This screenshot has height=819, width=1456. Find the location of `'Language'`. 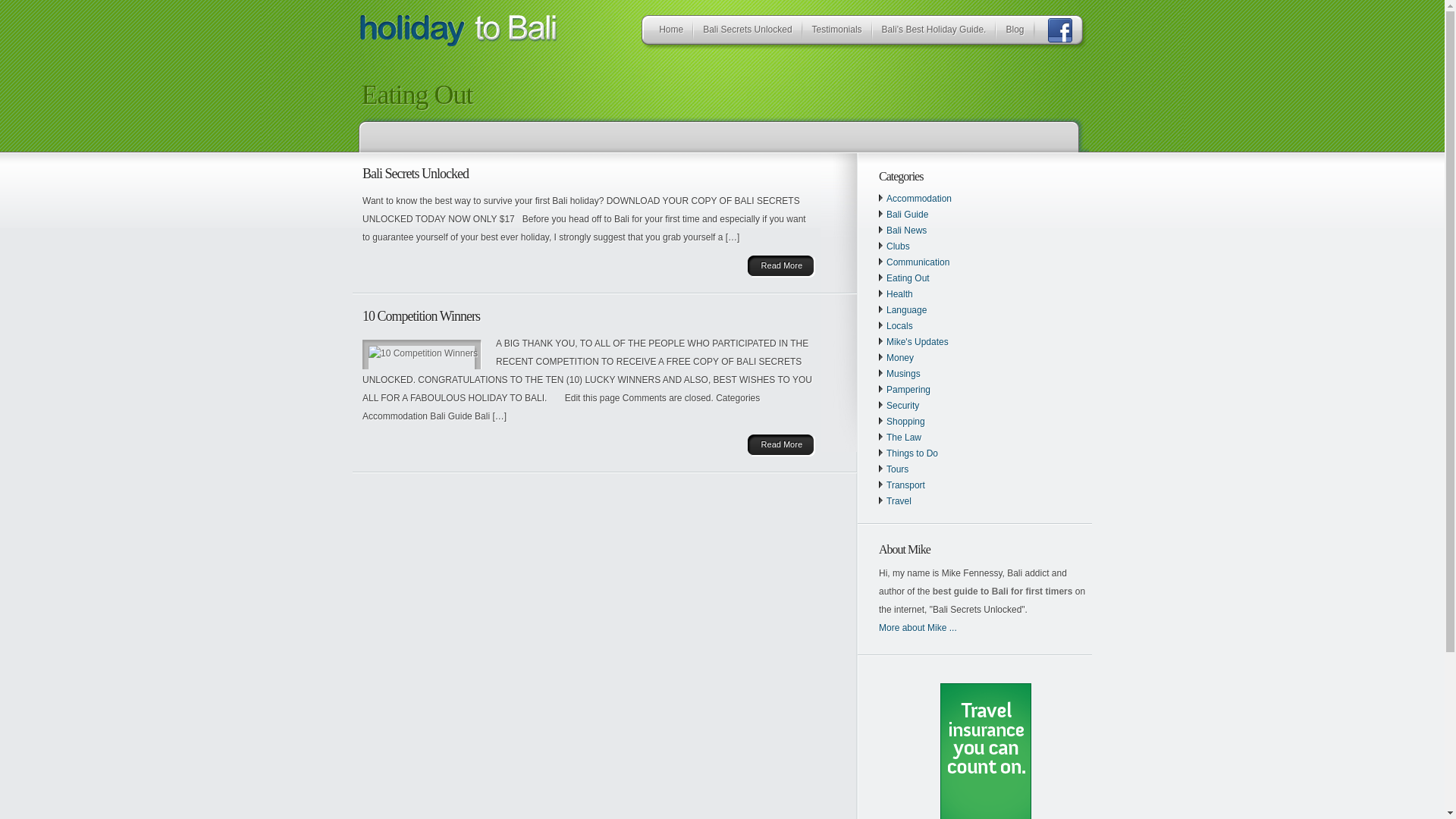

'Language' is located at coordinates (906, 309).